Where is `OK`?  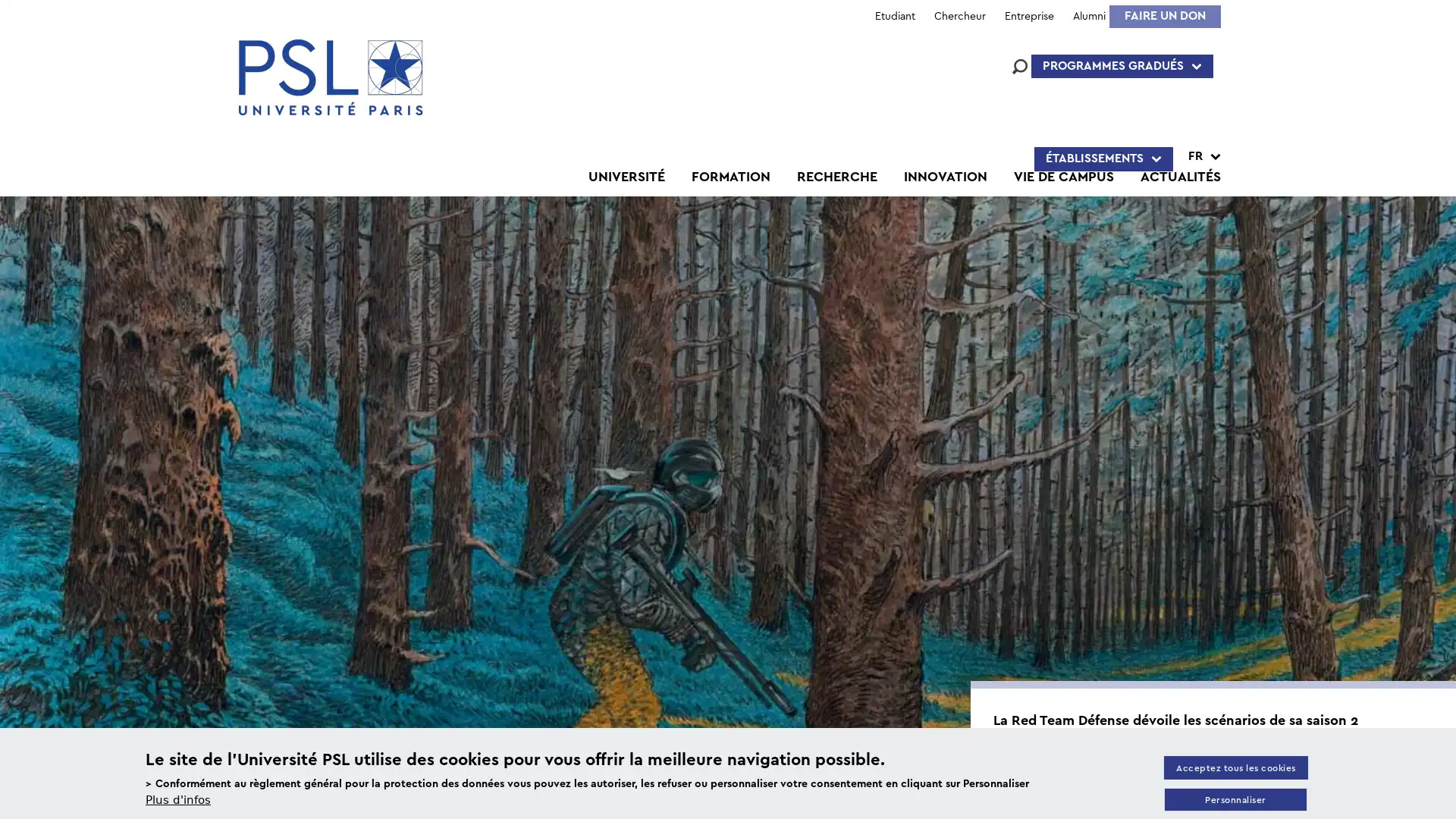 OK is located at coordinates (1075, 564).